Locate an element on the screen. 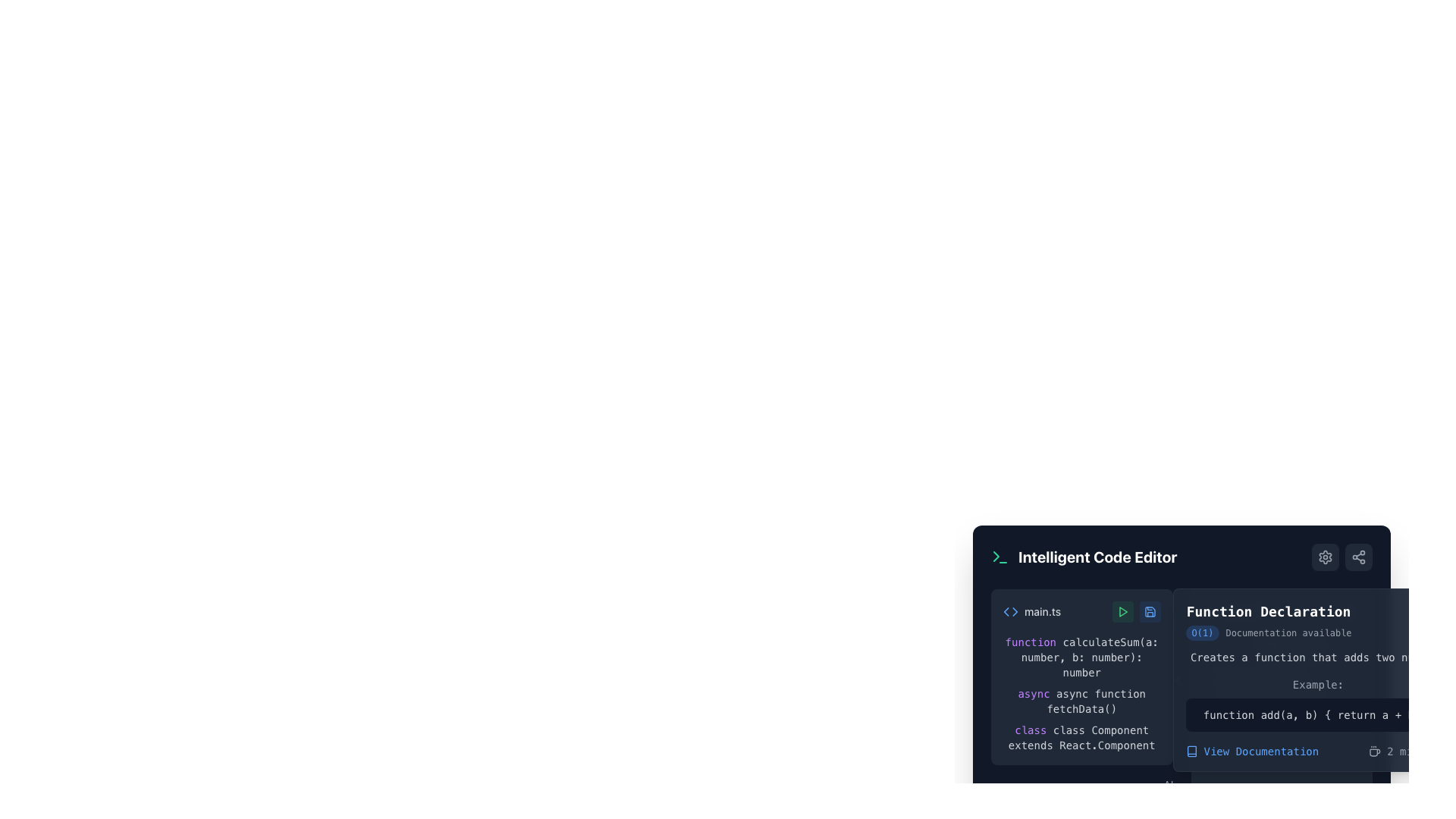  the Label/Badge indicating algorithmic complexity or efficiency, which is positioned to the far left of the text 'Documentation available' is located at coordinates (1201, 632).